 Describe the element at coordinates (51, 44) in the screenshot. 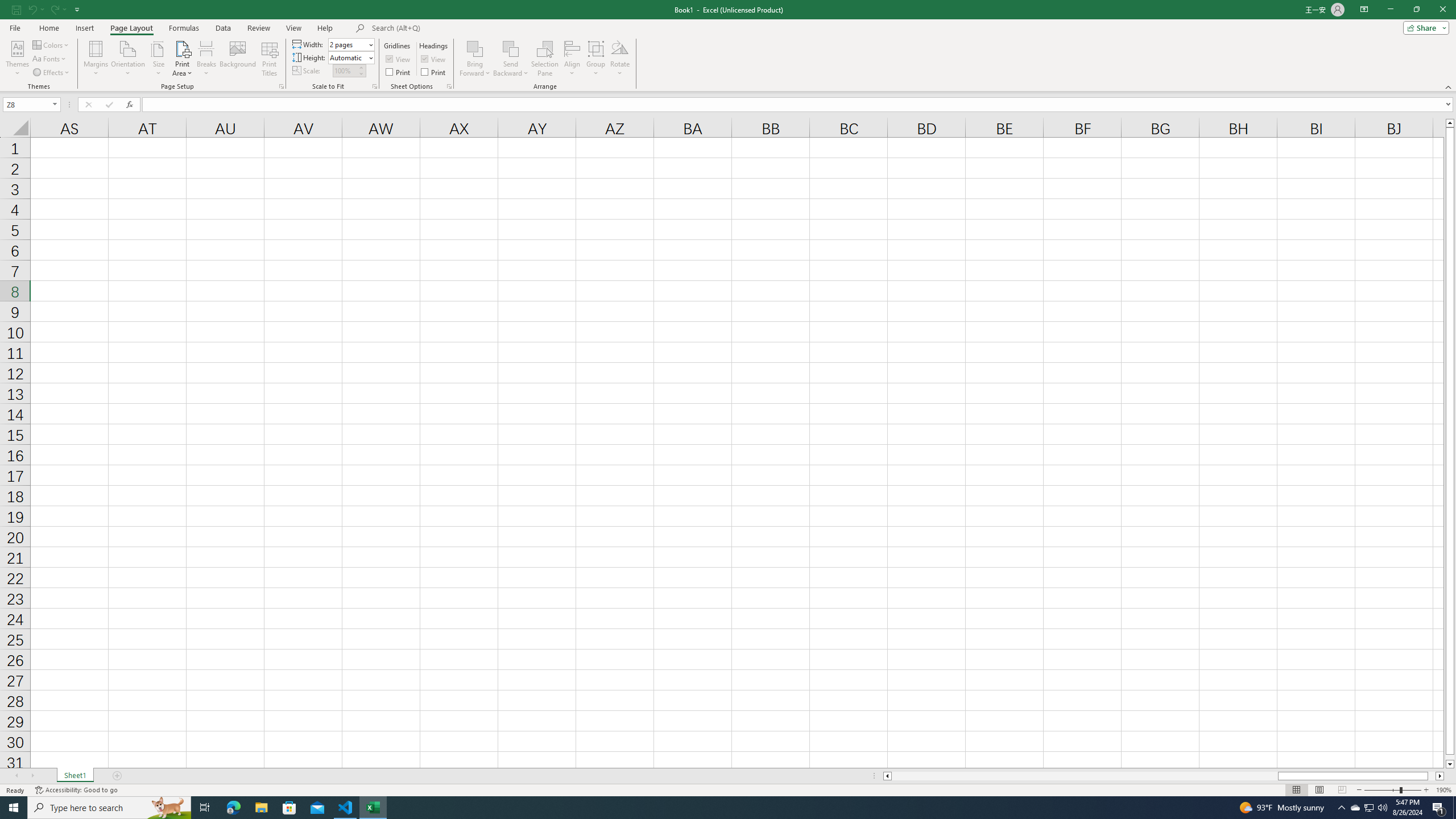

I see `'Colors'` at that location.